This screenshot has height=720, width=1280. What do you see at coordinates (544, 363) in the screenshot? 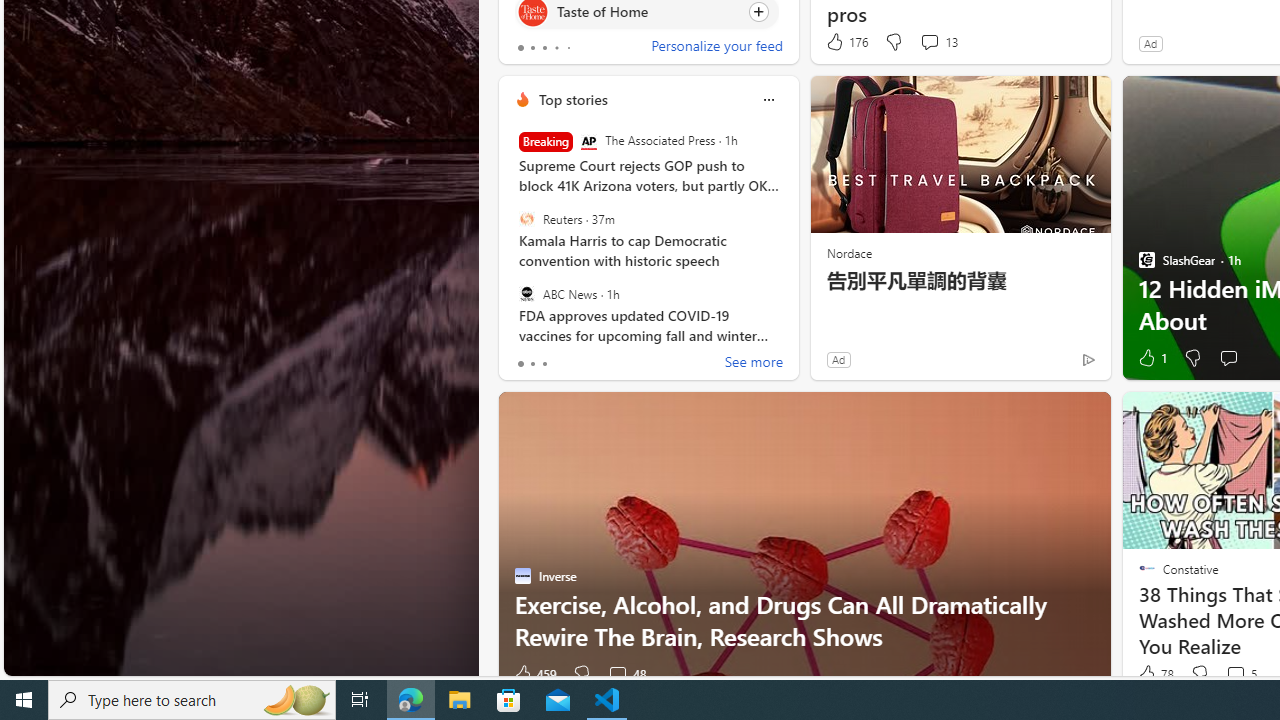
I see `'tab-2'` at bounding box center [544, 363].